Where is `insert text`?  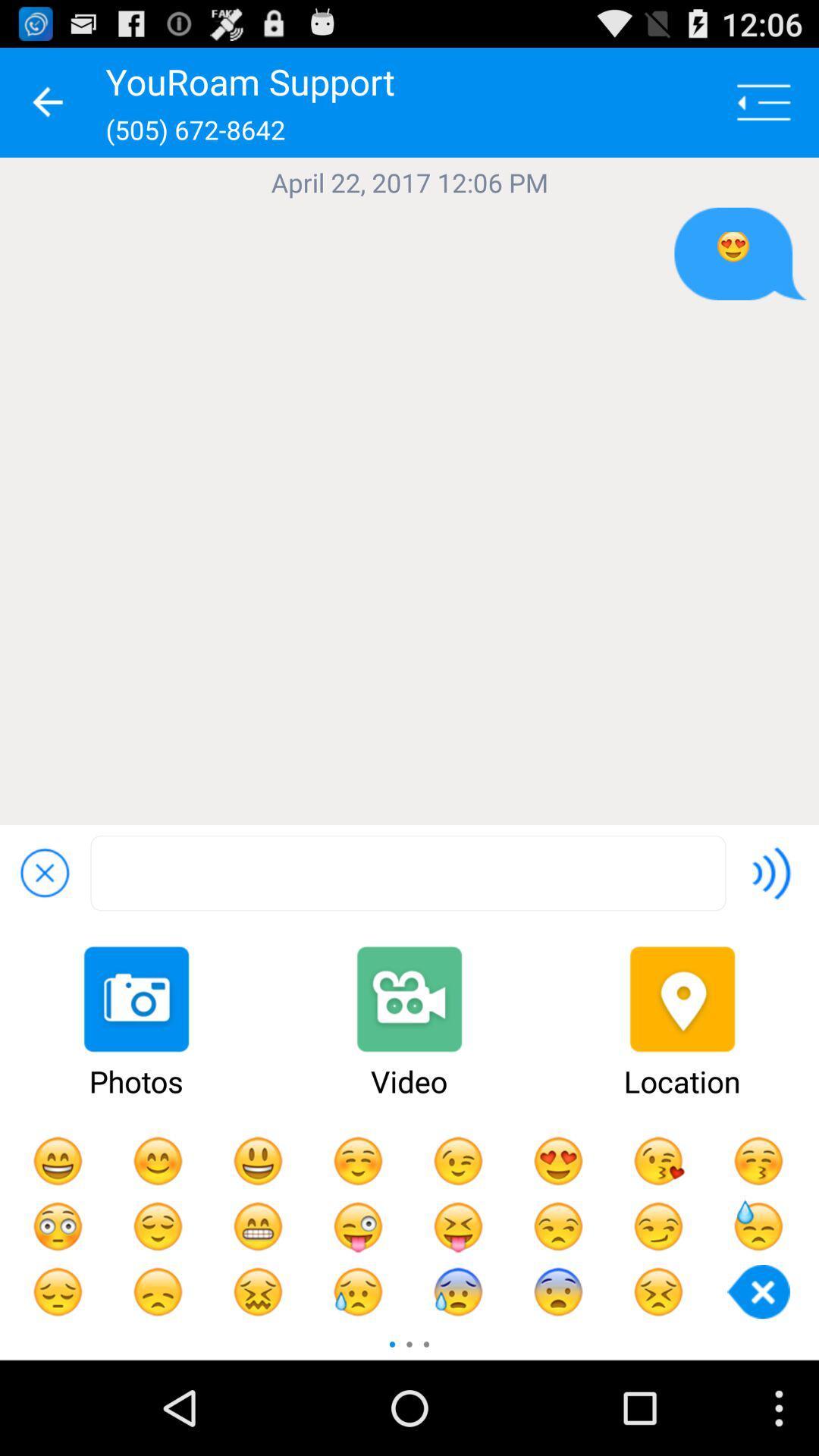
insert text is located at coordinates (407, 873).